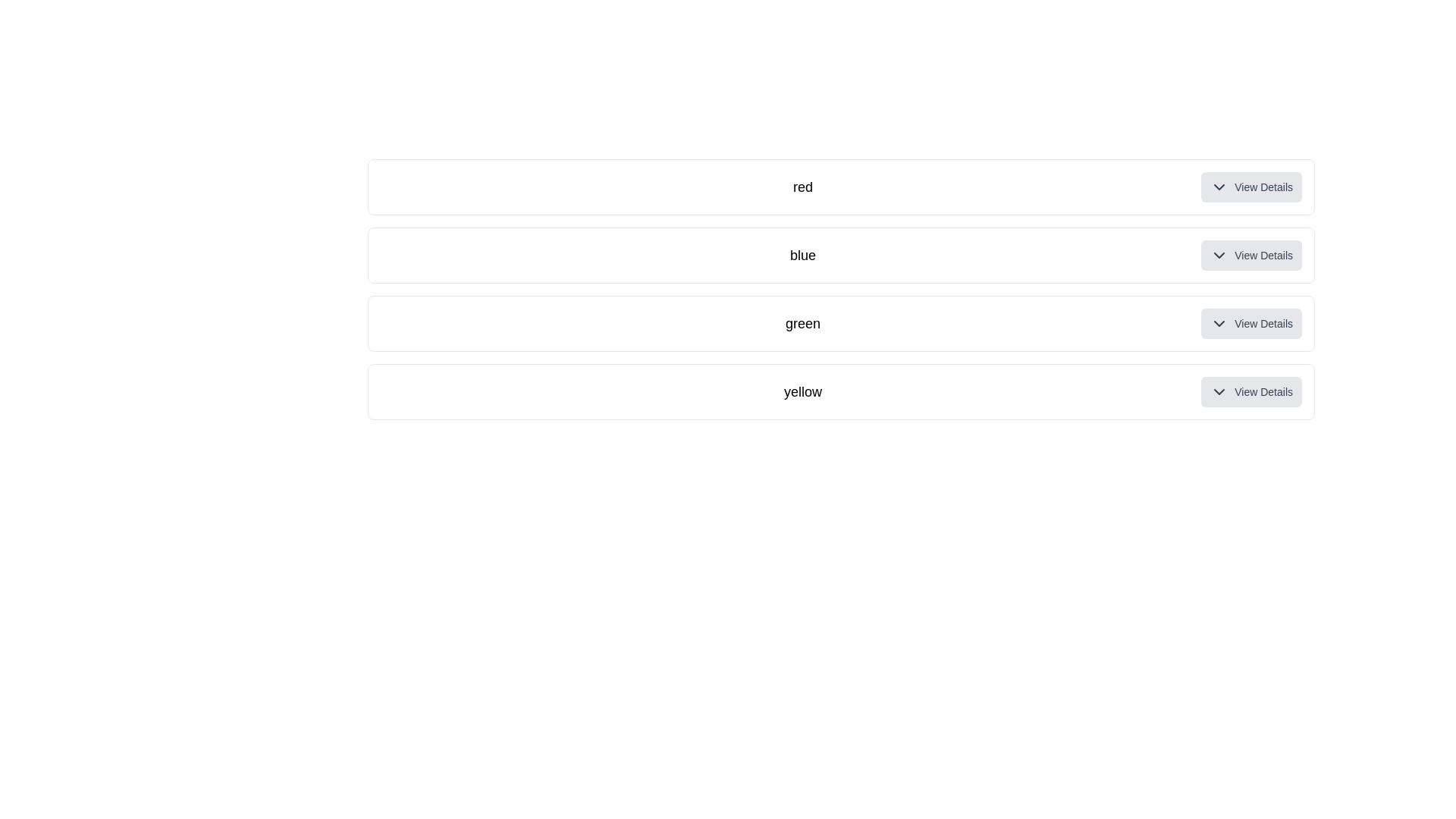  Describe the element at coordinates (1251, 254) in the screenshot. I see `the button that allows users to view additional details associated with 'blue', located on the right side of the second row in a vertically stacked layout` at that location.